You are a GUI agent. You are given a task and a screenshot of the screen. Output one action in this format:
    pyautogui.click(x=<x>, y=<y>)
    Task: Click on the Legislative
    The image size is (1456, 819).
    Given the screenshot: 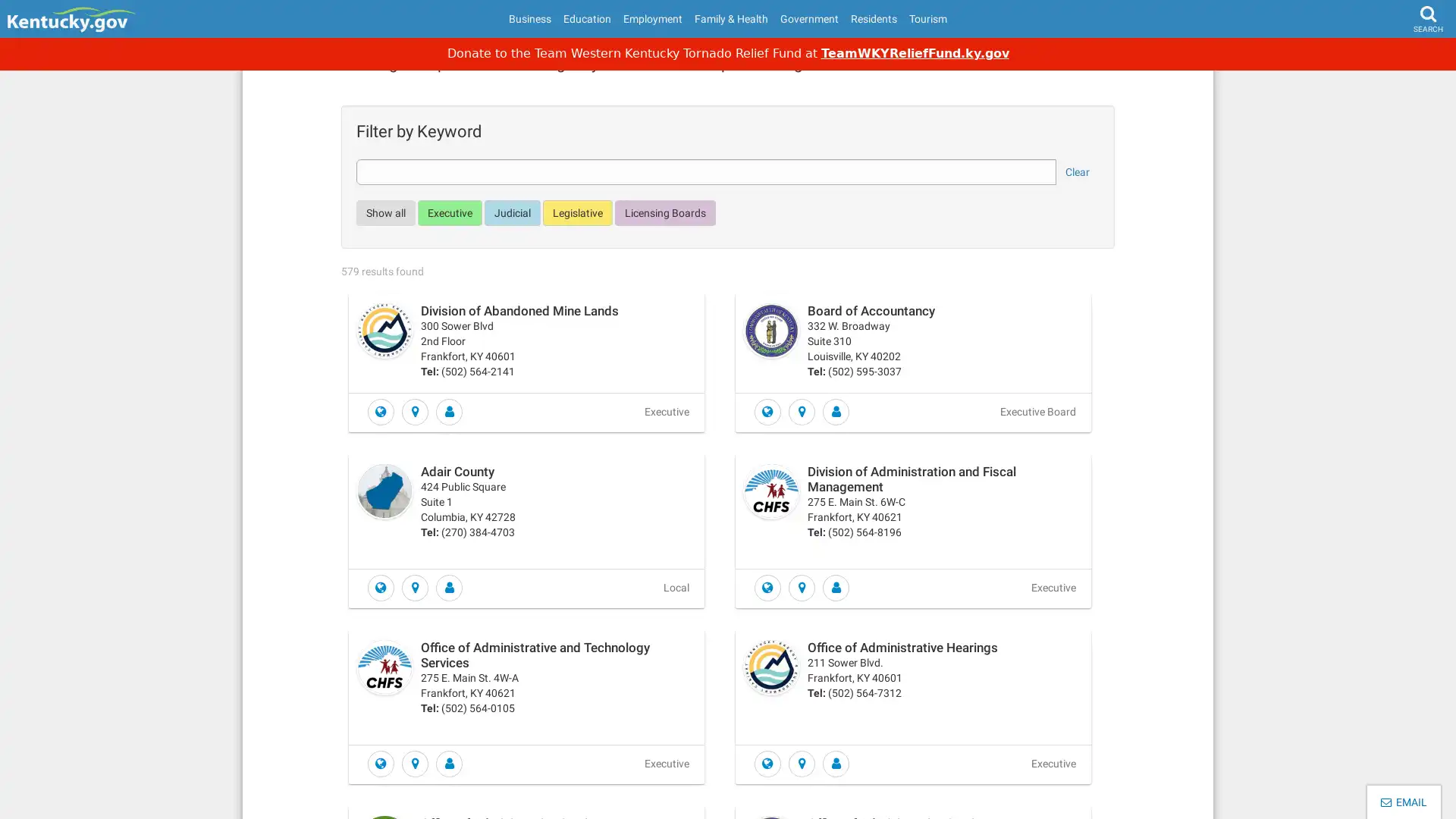 What is the action you would take?
    pyautogui.click(x=577, y=213)
    